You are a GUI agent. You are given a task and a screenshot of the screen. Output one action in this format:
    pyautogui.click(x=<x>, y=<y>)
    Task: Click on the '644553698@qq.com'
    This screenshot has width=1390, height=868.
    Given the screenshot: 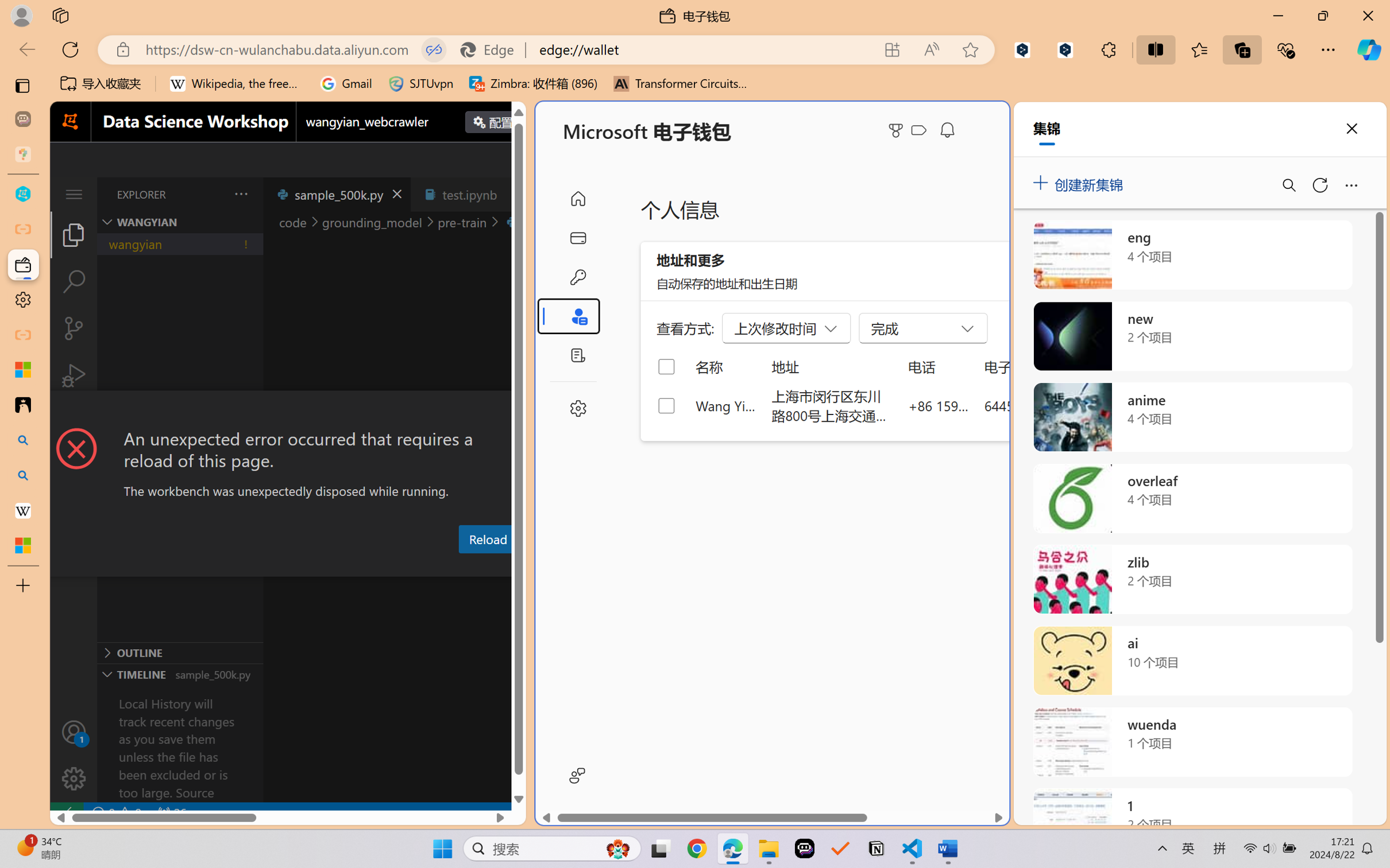 What is the action you would take?
    pyautogui.click(x=1044, y=405)
    